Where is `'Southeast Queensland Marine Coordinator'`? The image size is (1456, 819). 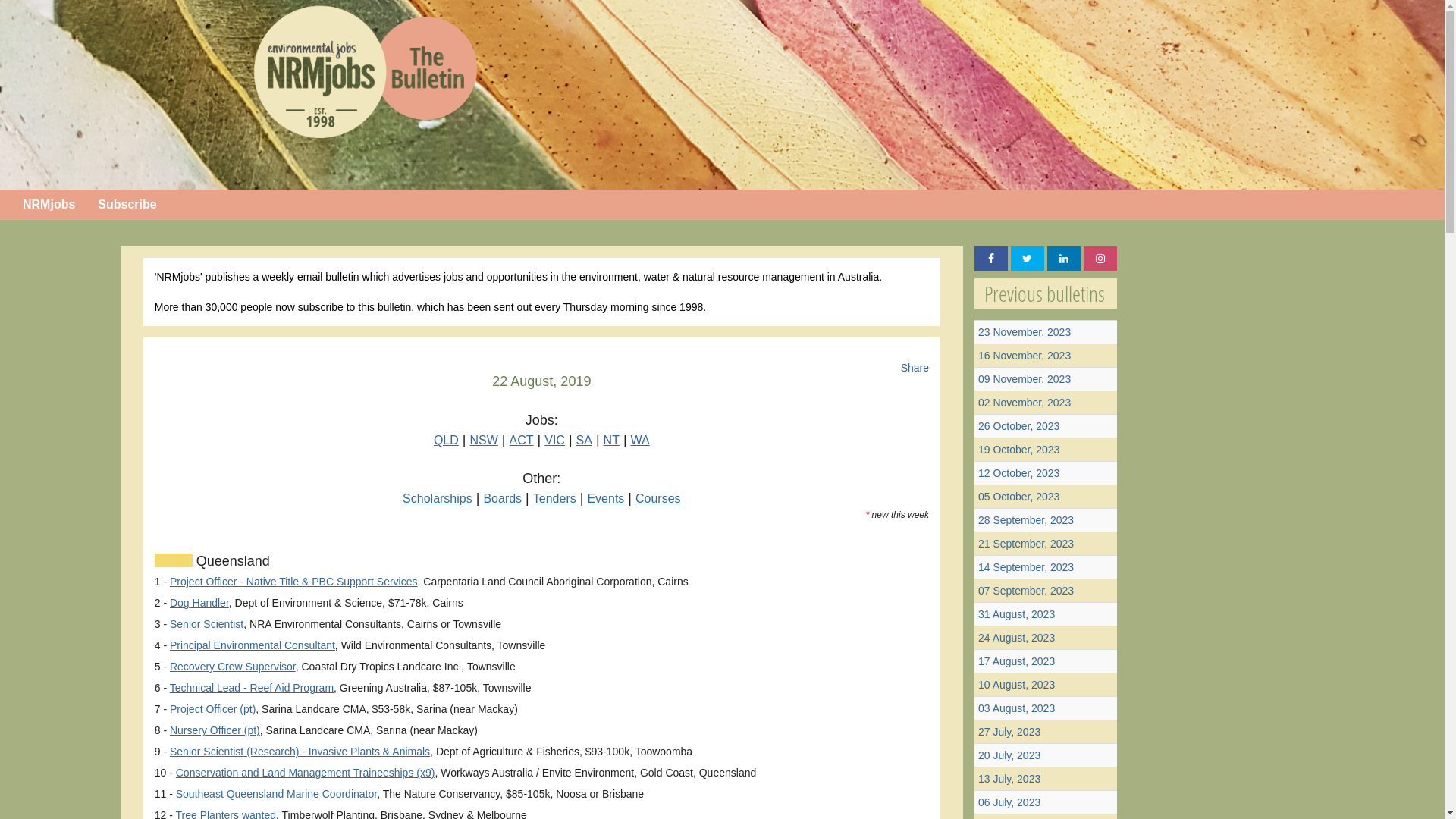 'Southeast Queensland Marine Coordinator' is located at coordinates (276, 792).